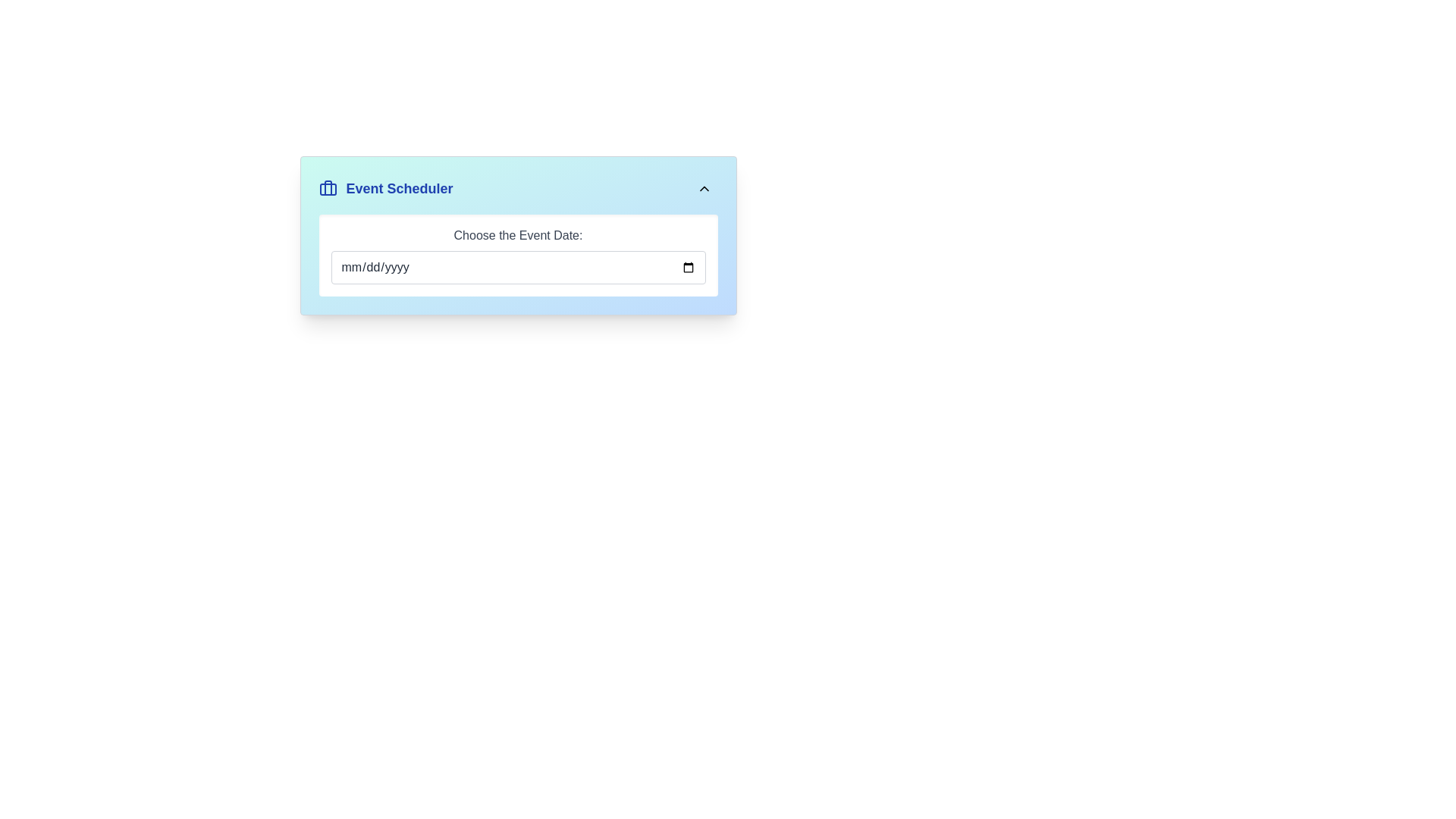 This screenshot has width=1456, height=819. Describe the element at coordinates (400, 188) in the screenshot. I see `the Text Label that serves as the title or header of the card, indicating event scheduling functionality, located to the right of a briefcase icon in the upper left corner of the card` at that location.